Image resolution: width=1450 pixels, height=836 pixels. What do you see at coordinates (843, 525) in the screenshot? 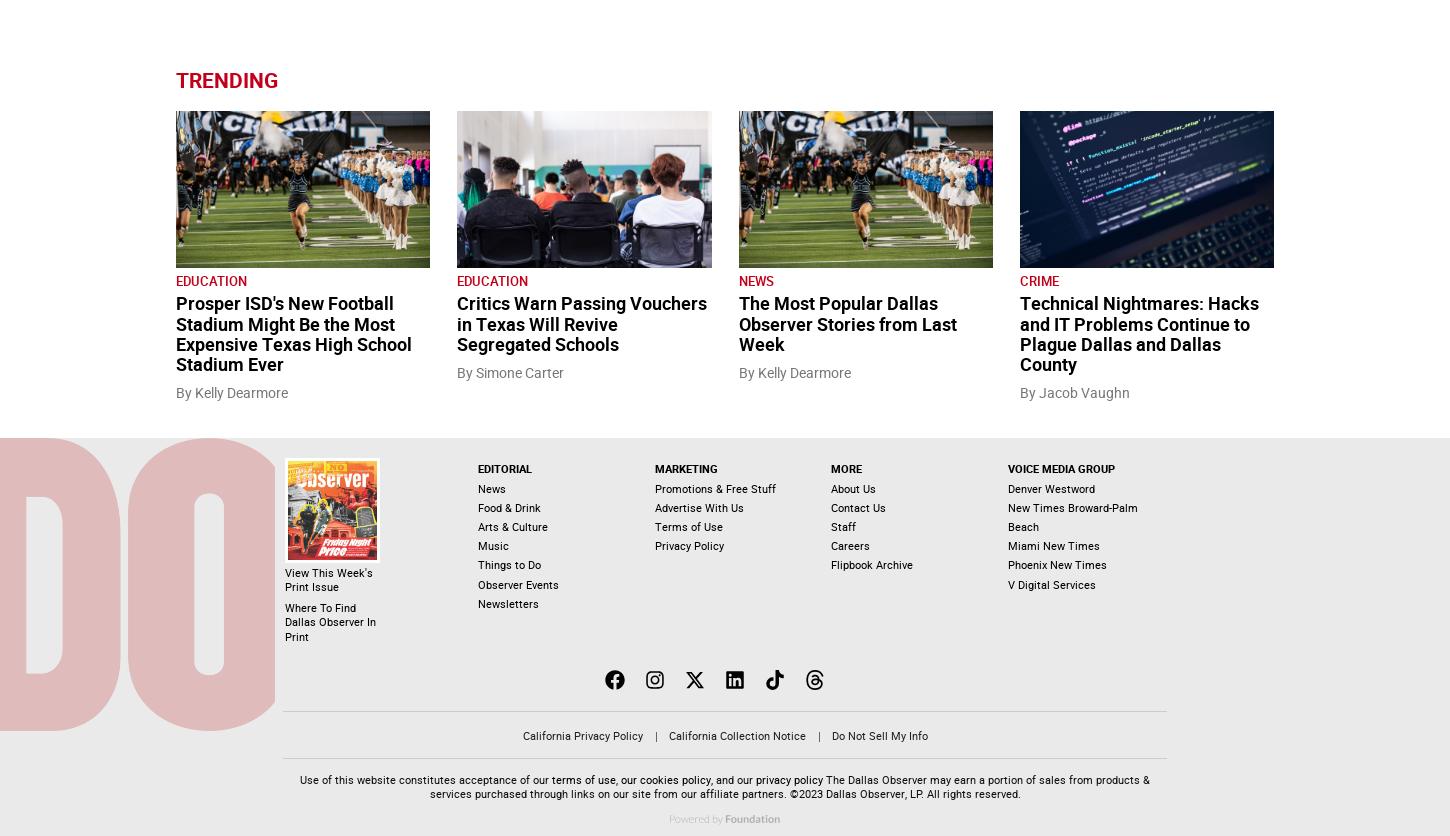
I see `'Staff'` at bounding box center [843, 525].